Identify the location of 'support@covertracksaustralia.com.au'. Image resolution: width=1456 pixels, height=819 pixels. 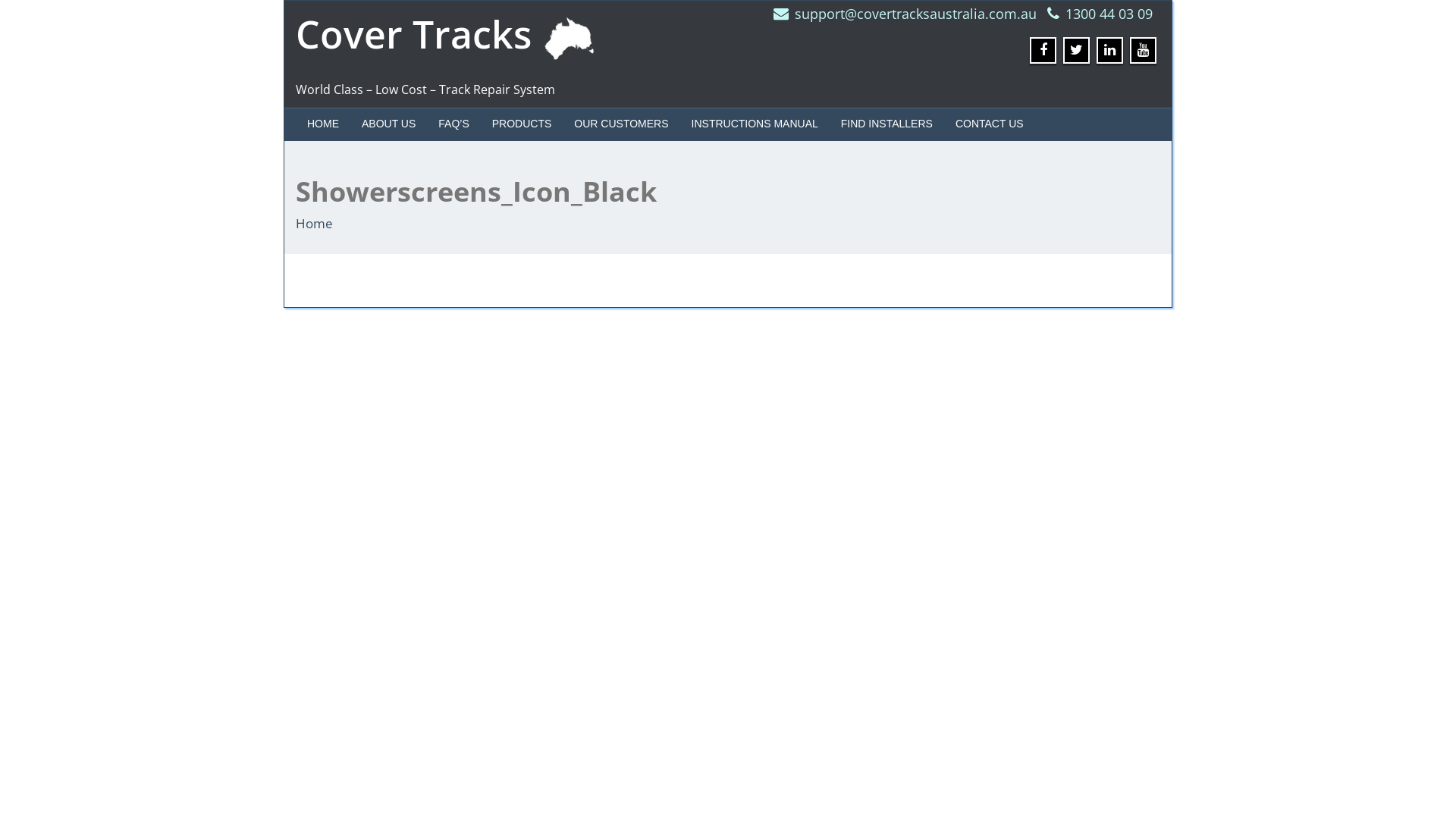
(915, 14).